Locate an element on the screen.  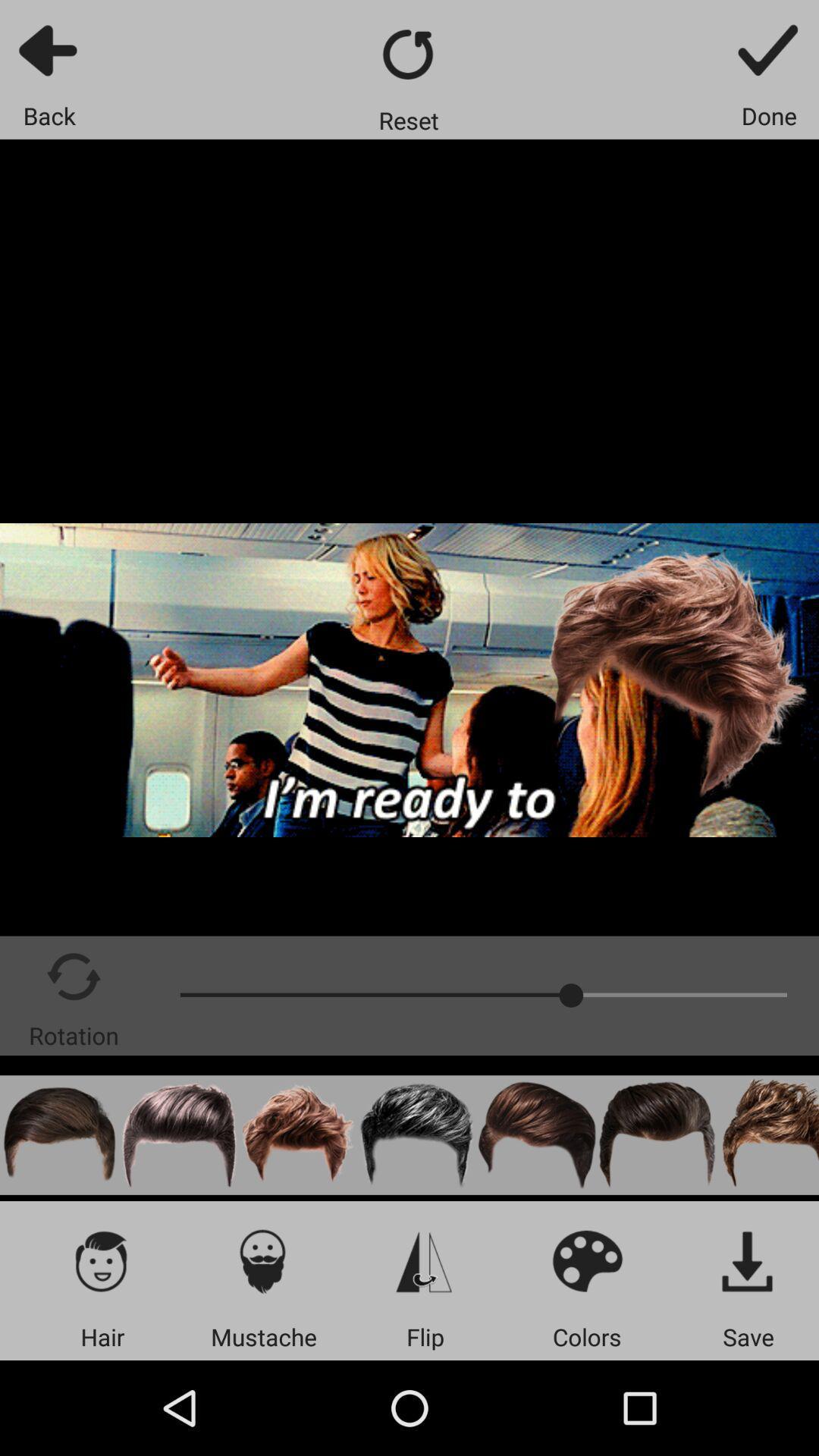
short brown is located at coordinates (58, 1135).